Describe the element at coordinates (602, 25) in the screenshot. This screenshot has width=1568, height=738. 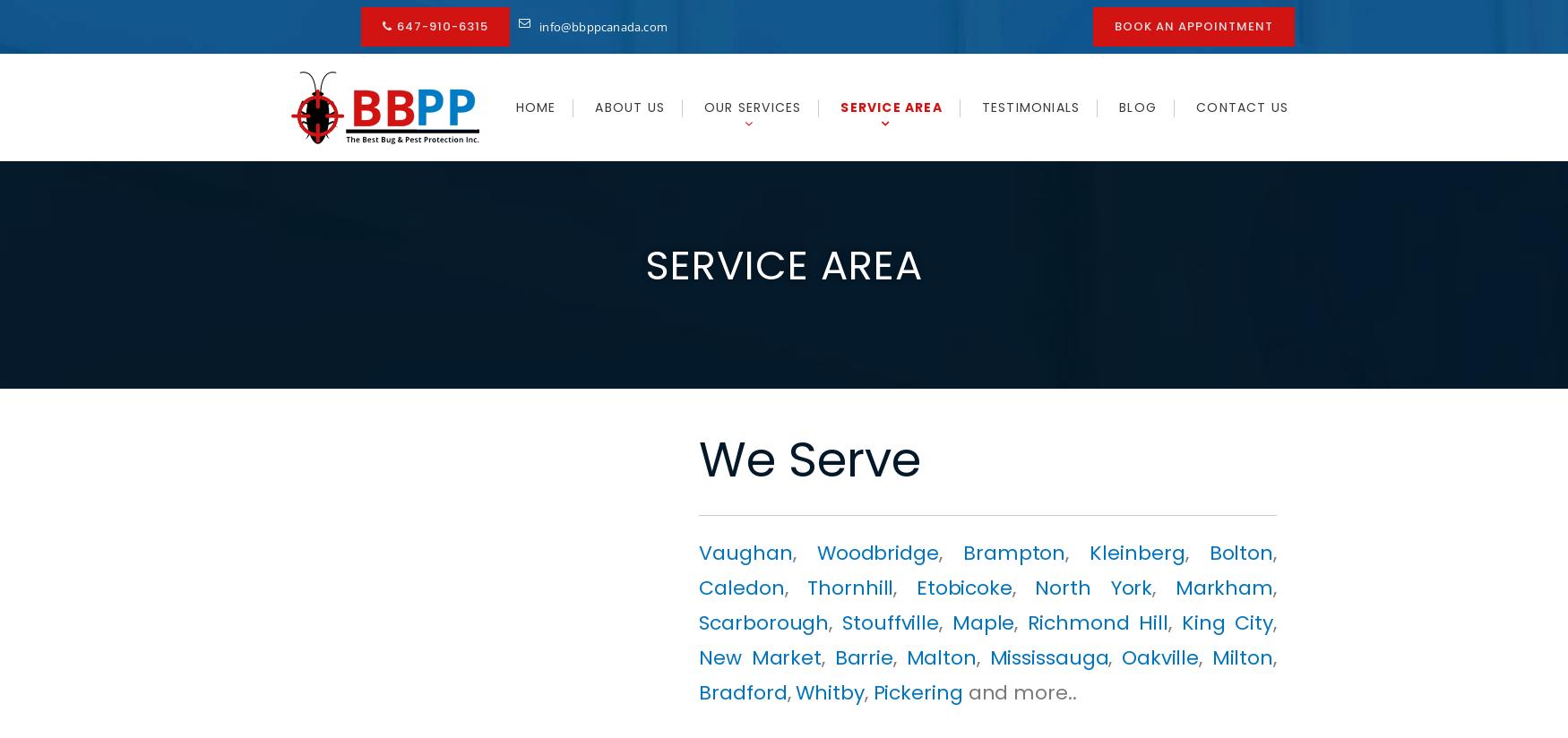
I see `'info@bbppcanada.com'` at that location.